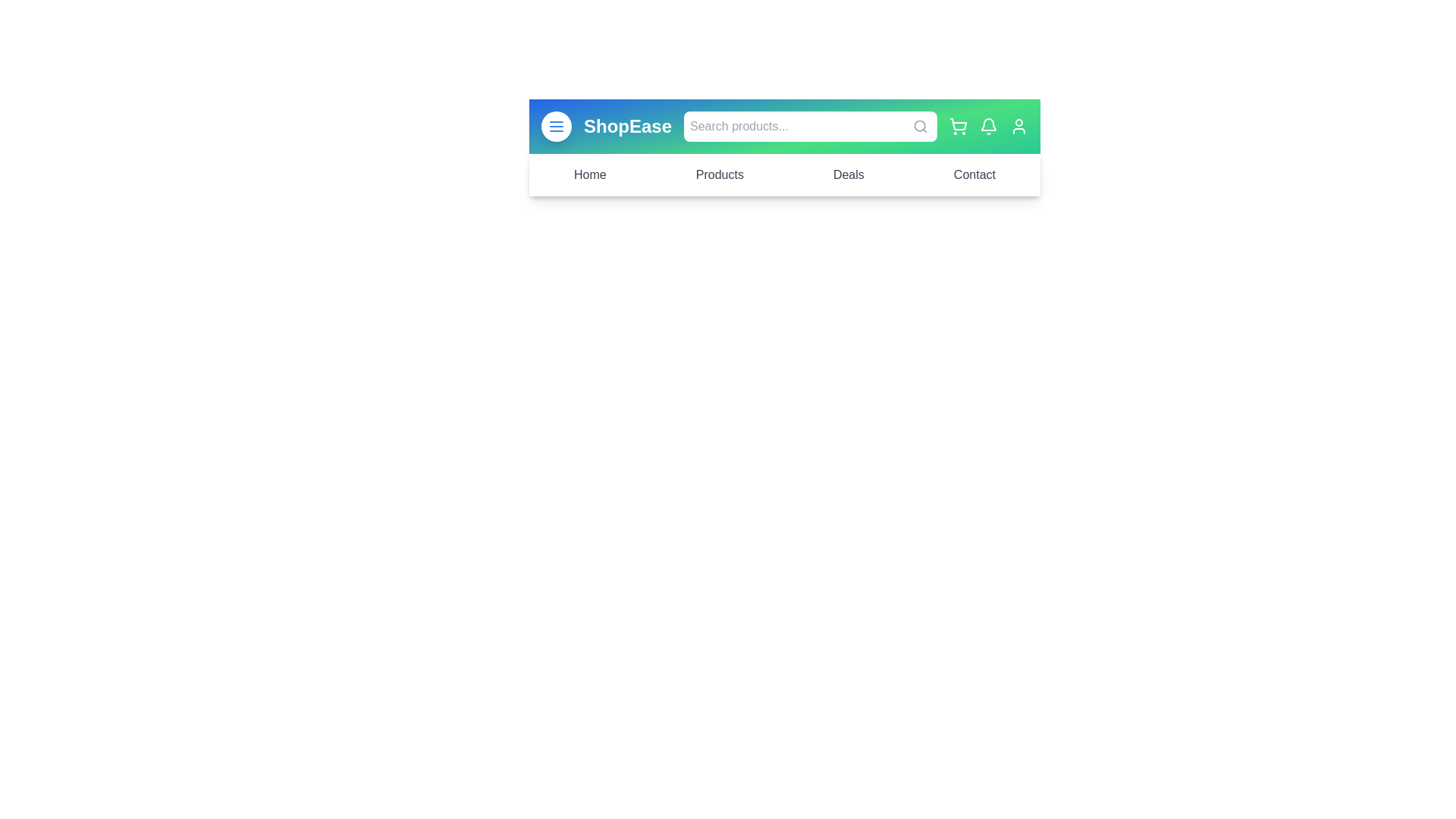  What do you see at coordinates (847, 174) in the screenshot?
I see `the Deals navigation link` at bounding box center [847, 174].